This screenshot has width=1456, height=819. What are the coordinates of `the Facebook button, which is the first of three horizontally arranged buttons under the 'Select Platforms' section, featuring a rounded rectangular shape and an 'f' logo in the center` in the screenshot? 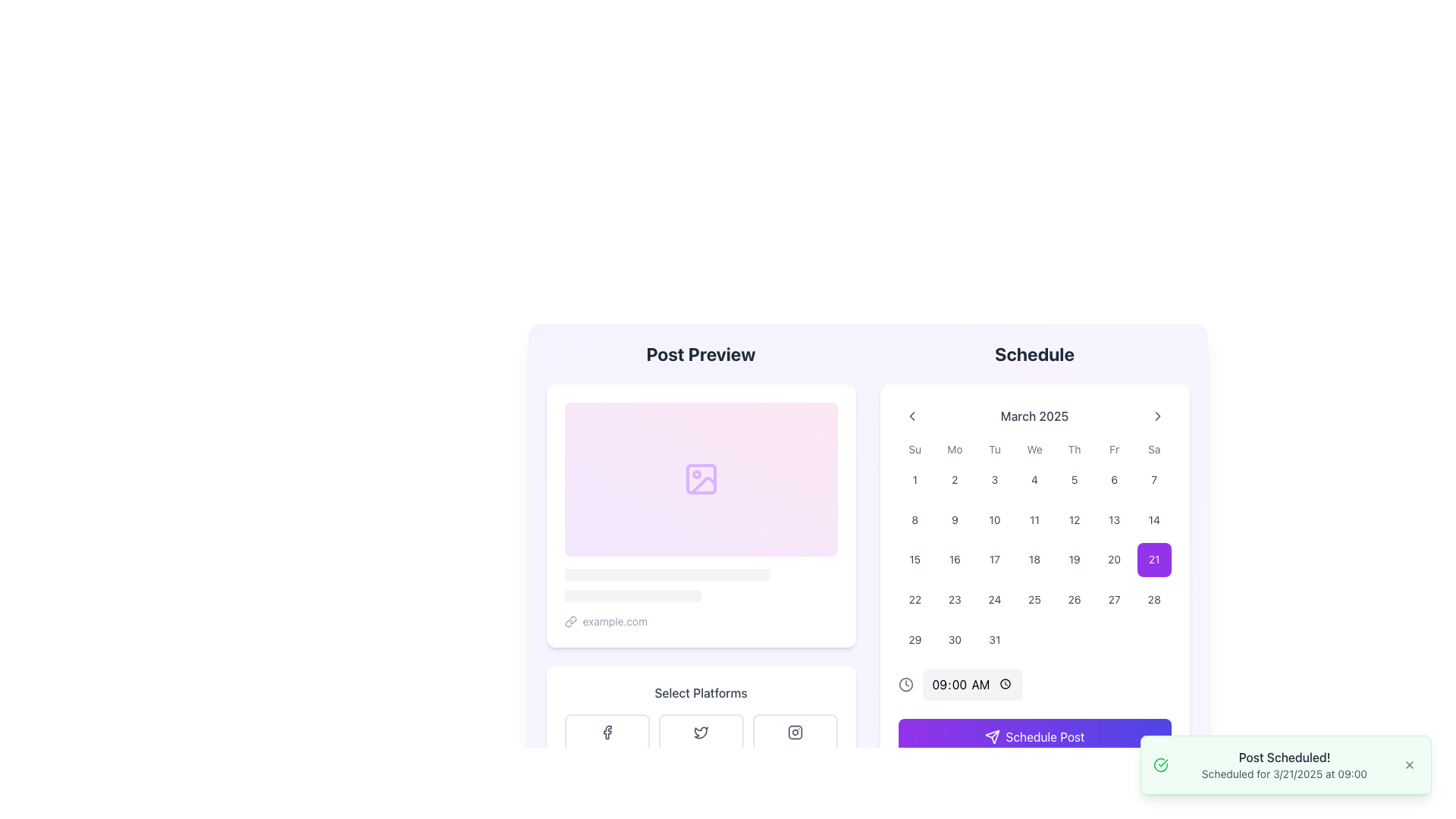 It's located at (607, 731).